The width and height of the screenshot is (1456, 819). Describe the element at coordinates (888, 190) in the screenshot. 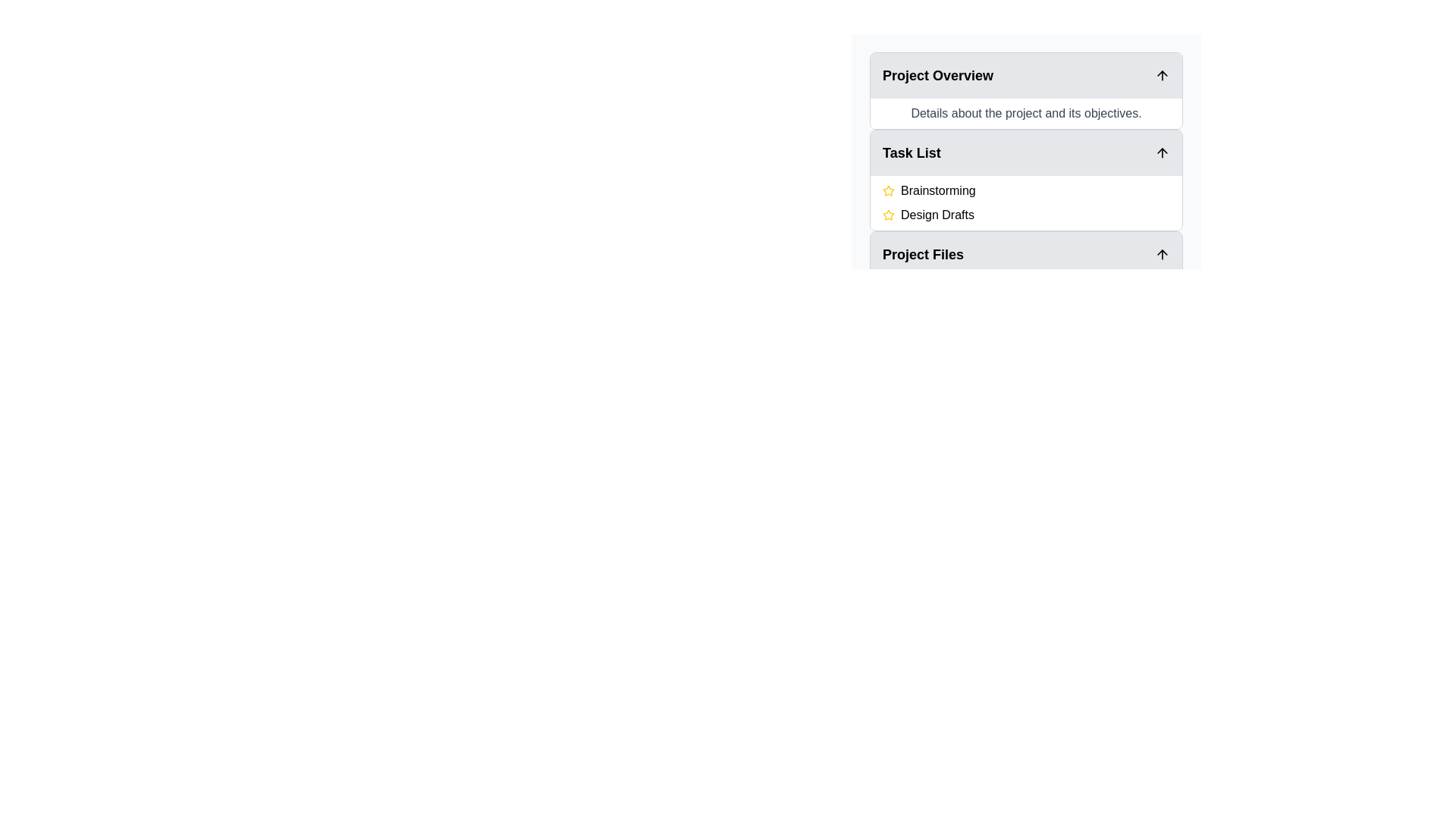

I see `the yellow star icon with an outline style located to the left of the 'Brainstorming' text in the task list panel` at that location.